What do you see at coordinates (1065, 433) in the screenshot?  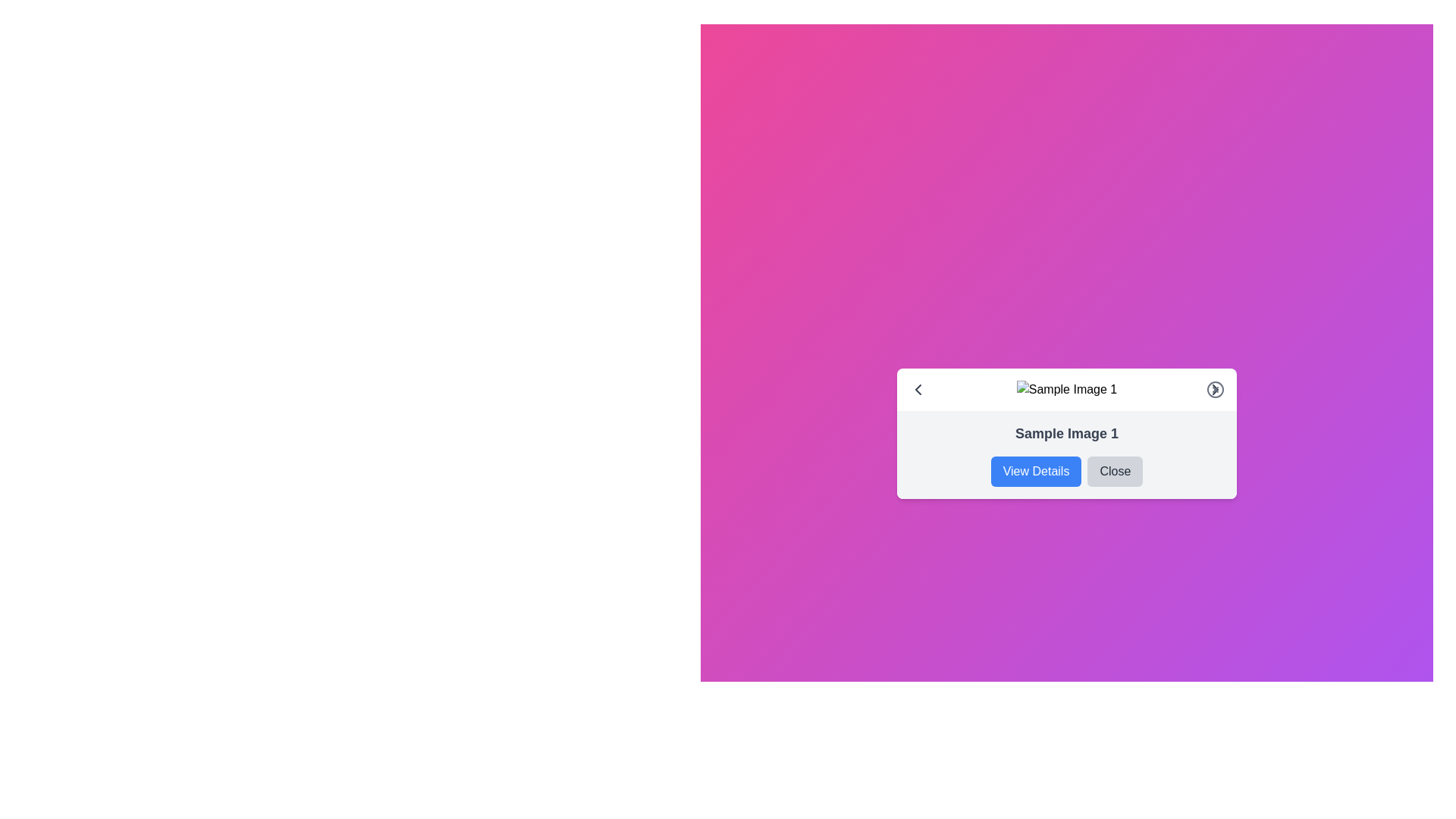 I see `the static text element that serves as a title or identifier for the content in the dialog box, positioned at the center top above the 'View Details' and 'Close' buttons` at bounding box center [1065, 433].